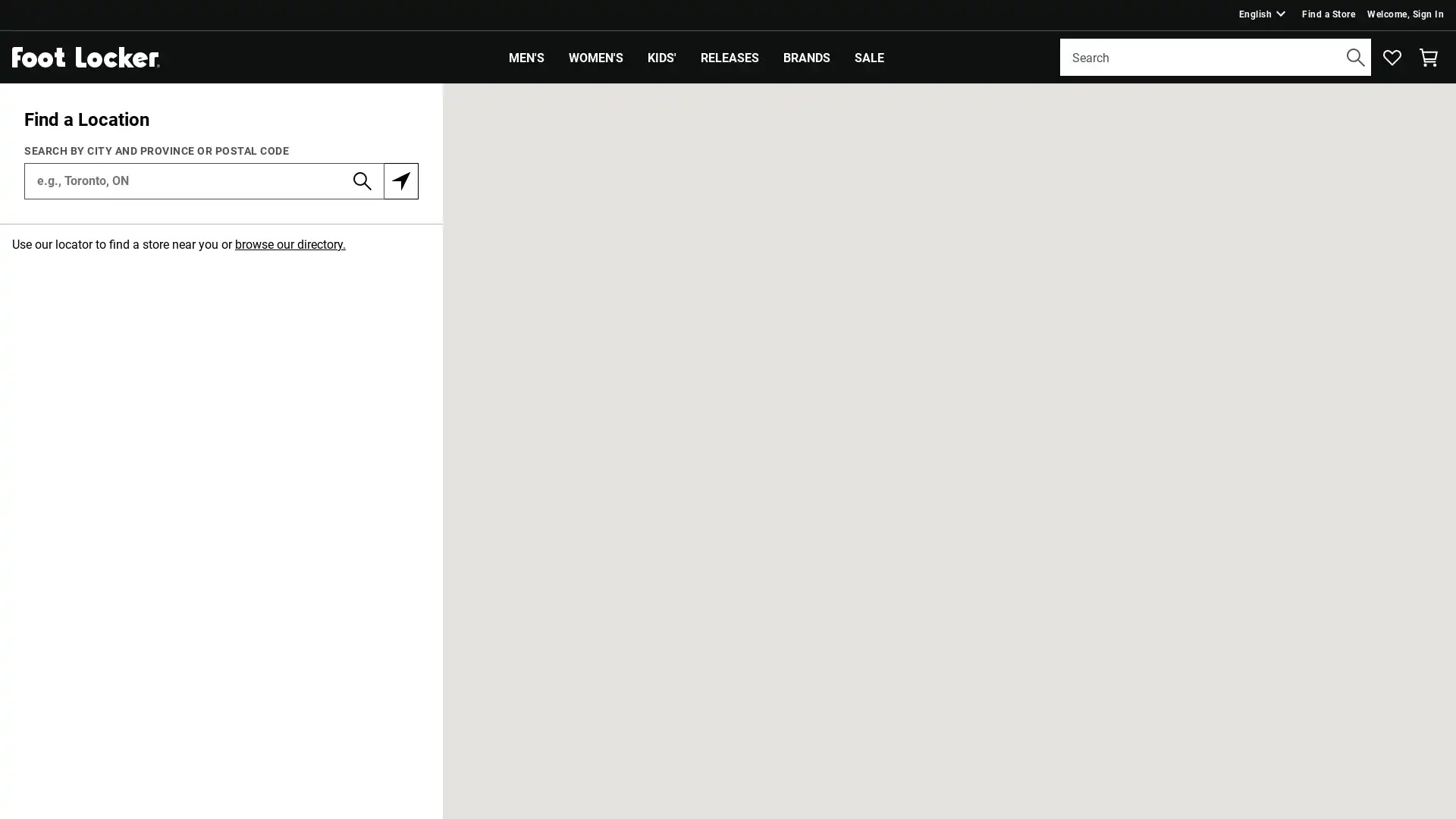 The width and height of the screenshot is (1456, 819). I want to click on Geolocate., so click(400, 178).